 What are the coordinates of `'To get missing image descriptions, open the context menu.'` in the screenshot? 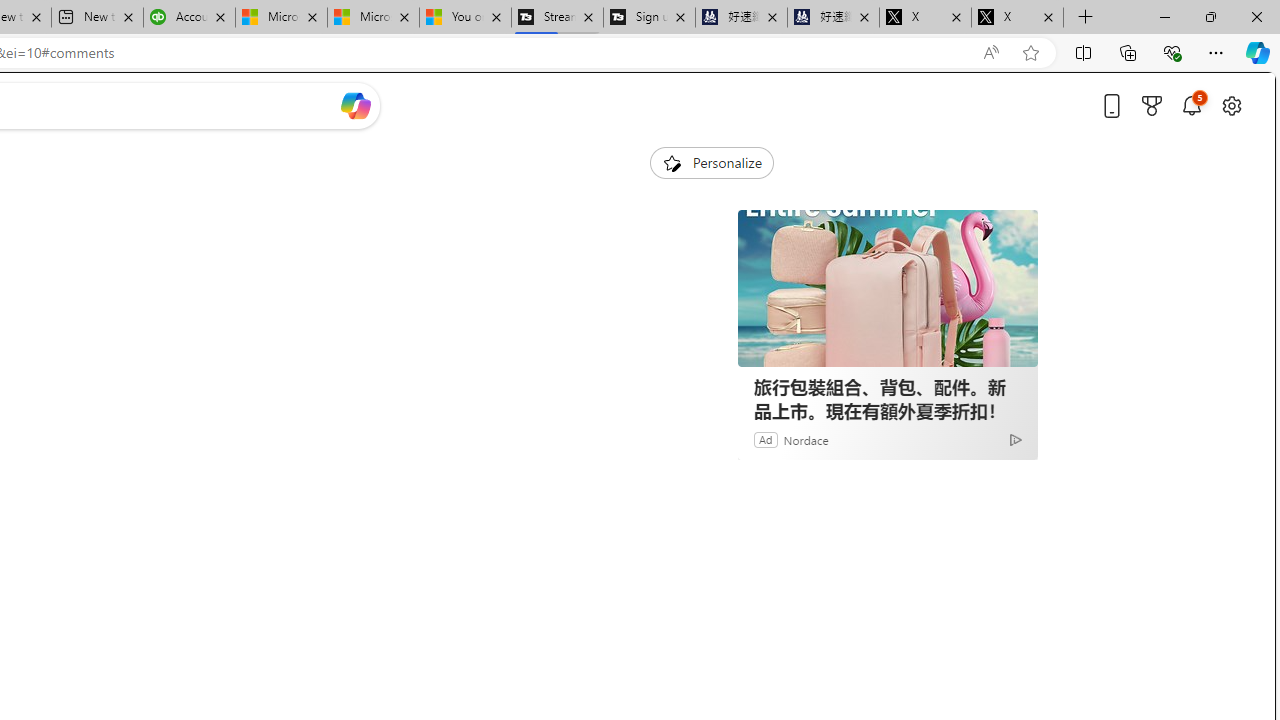 It's located at (671, 161).